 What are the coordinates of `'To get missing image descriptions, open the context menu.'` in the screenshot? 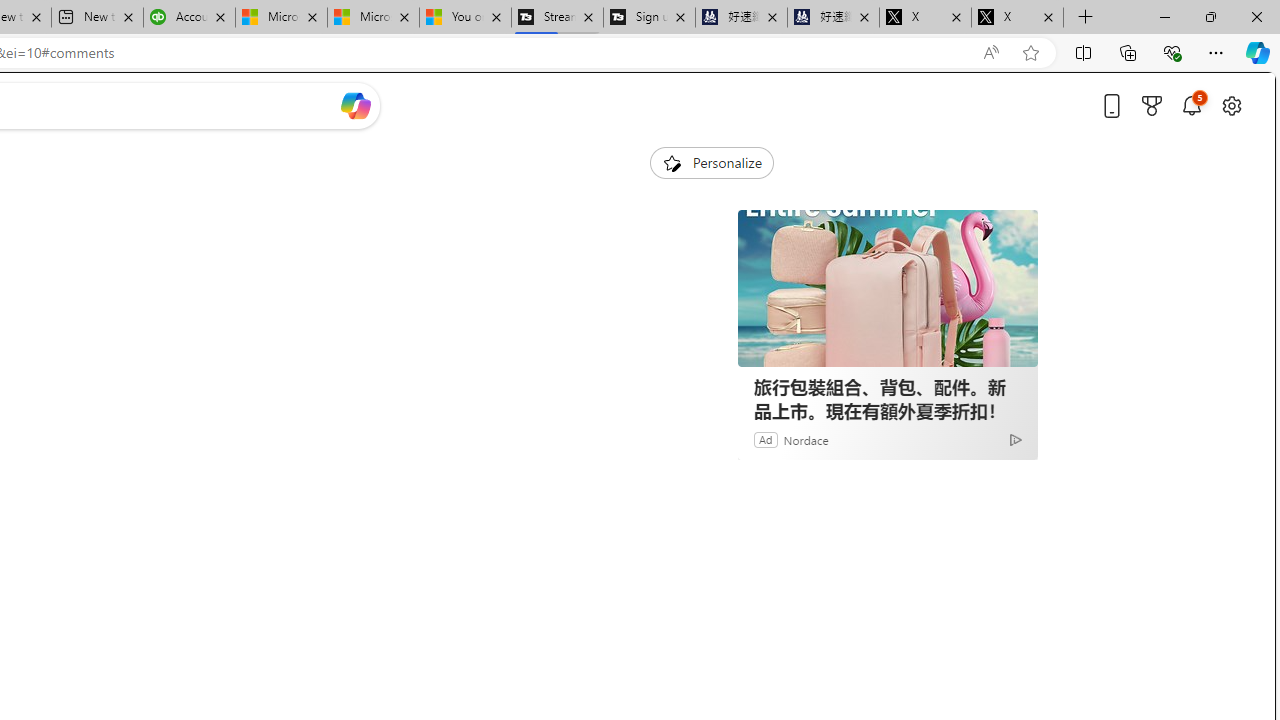 It's located at (671, 161).